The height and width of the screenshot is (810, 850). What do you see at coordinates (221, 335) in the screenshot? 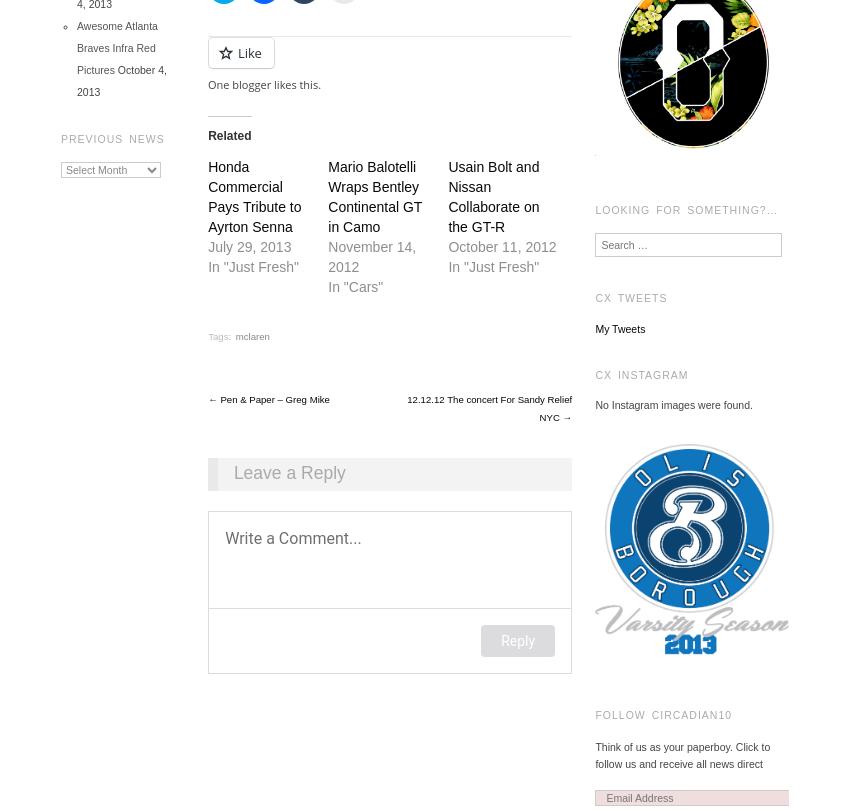
I see `'Tags:'` at bounding box center [221, 335].